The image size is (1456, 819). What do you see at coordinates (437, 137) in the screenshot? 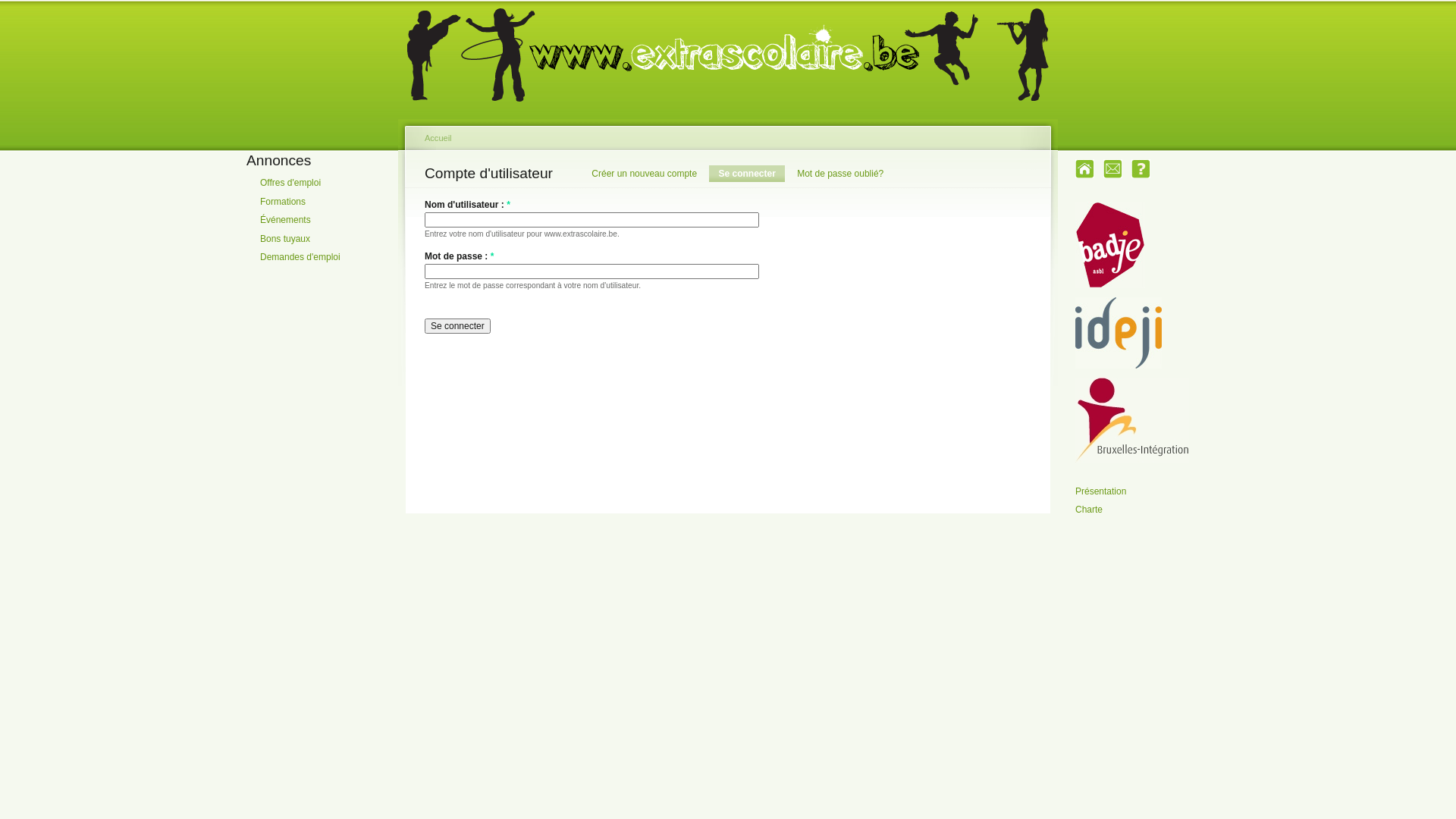
I see `'Accueil'` at bounding box center [437, 137].